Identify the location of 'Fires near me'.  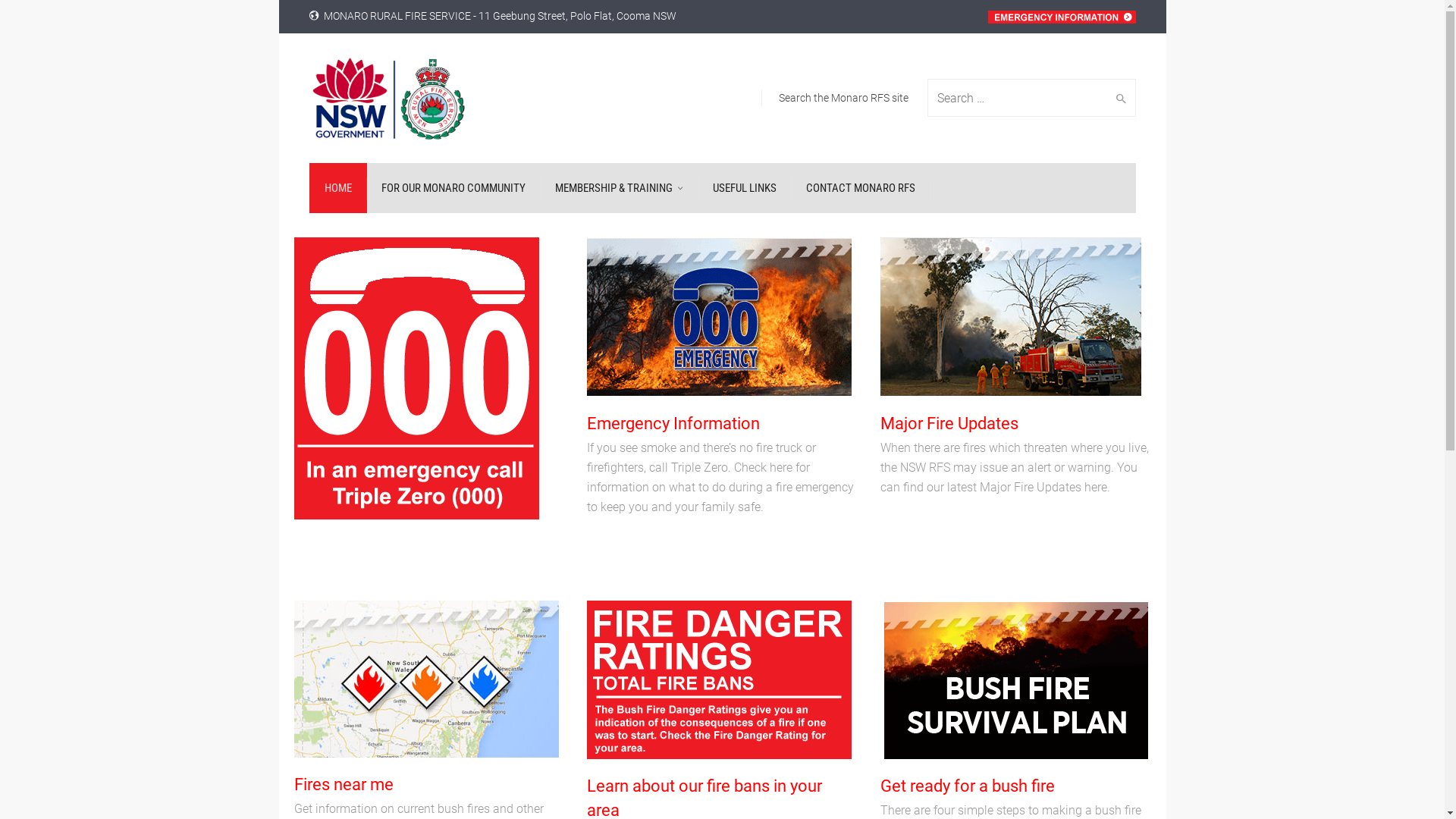
(343, 784).